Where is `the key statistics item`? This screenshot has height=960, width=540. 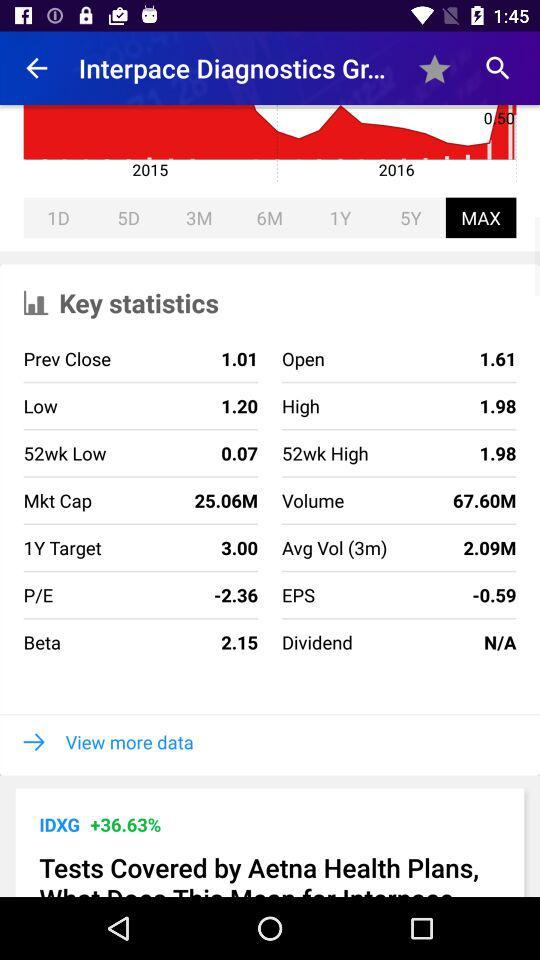 the key statistics item is located at coordinates (270, 299).